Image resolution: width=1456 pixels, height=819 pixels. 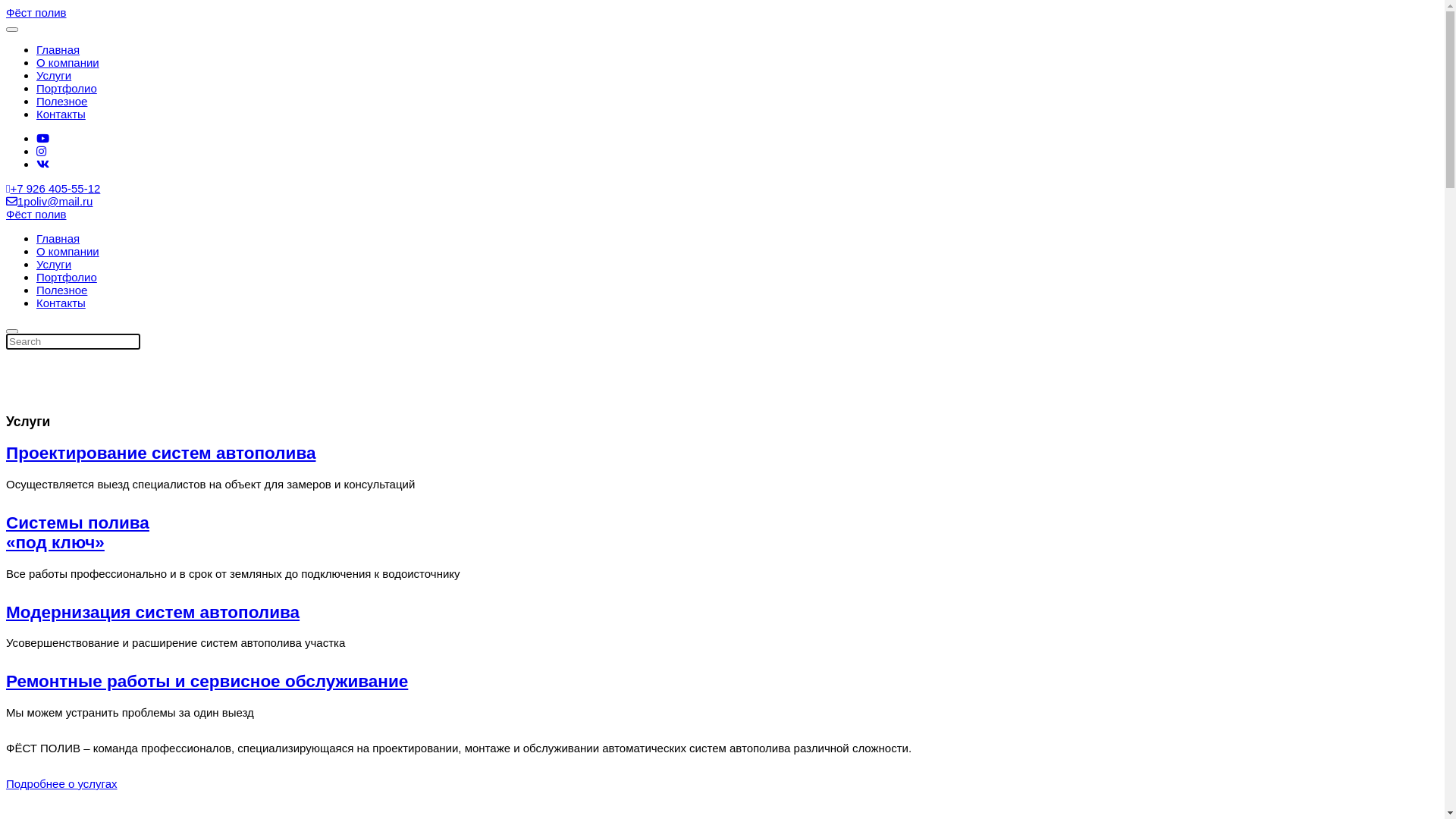 What do you see at coordinates (49, 200) in the screenshot?
I see `'1poliv@mail.ru'` at bounding box center [49, 200].